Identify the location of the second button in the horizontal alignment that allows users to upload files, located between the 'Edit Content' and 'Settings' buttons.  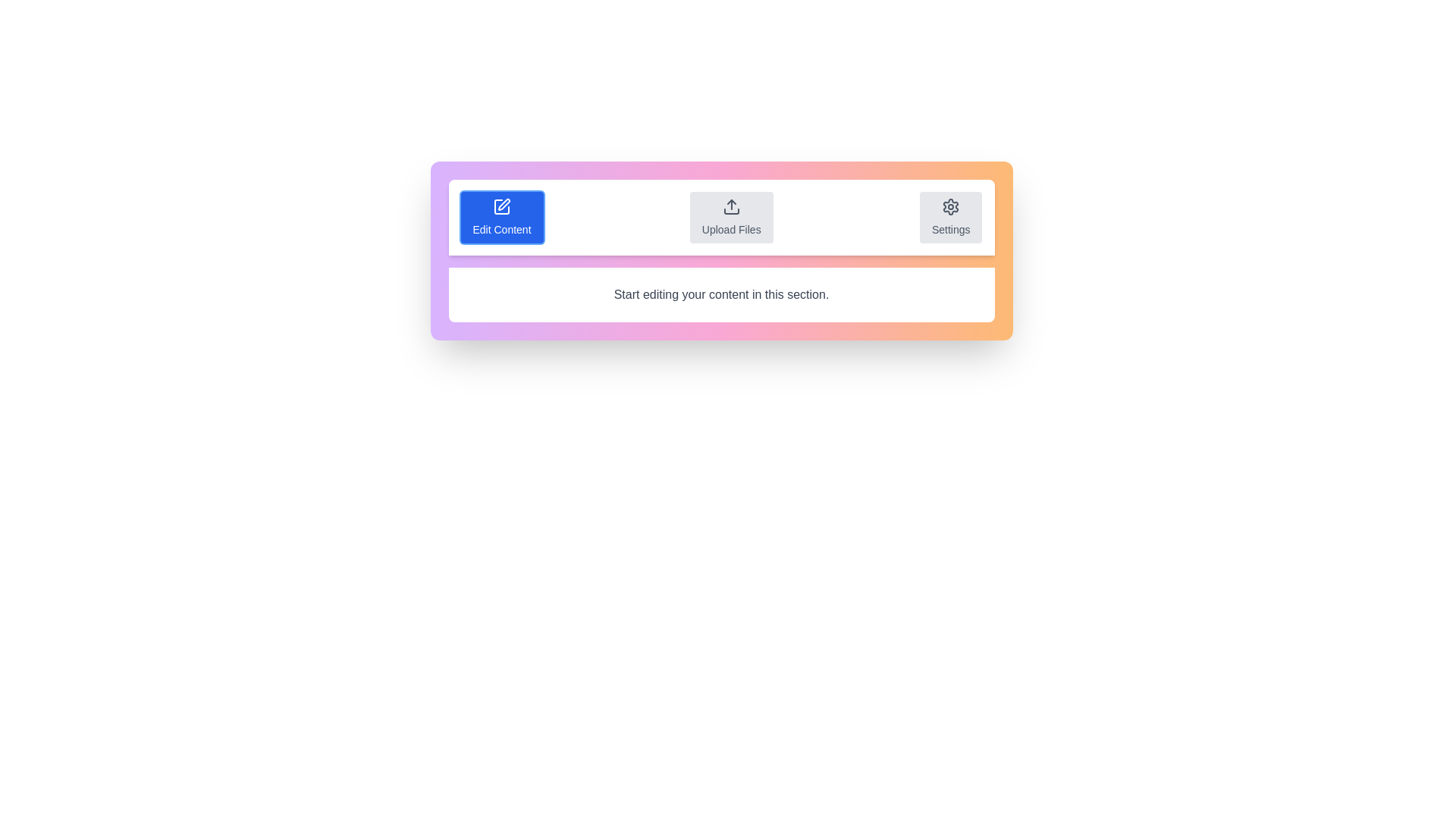
(731, 217).